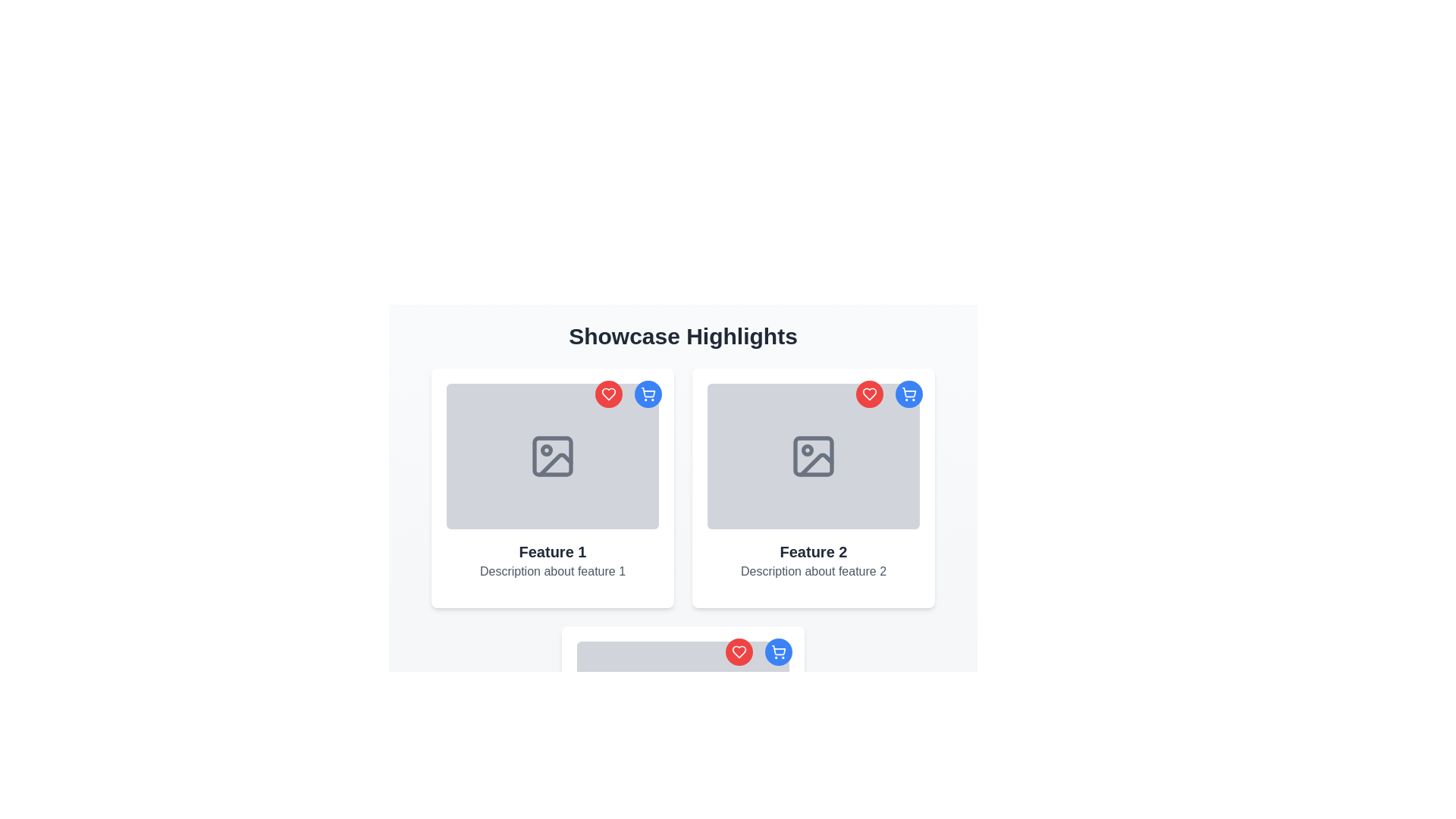 The image size is (1456, 819). I want to click on the decorative SVG component that represents an image-related feature for 'Feature 2', located in the second position of the second row of the grid layout, so click(813, 455).